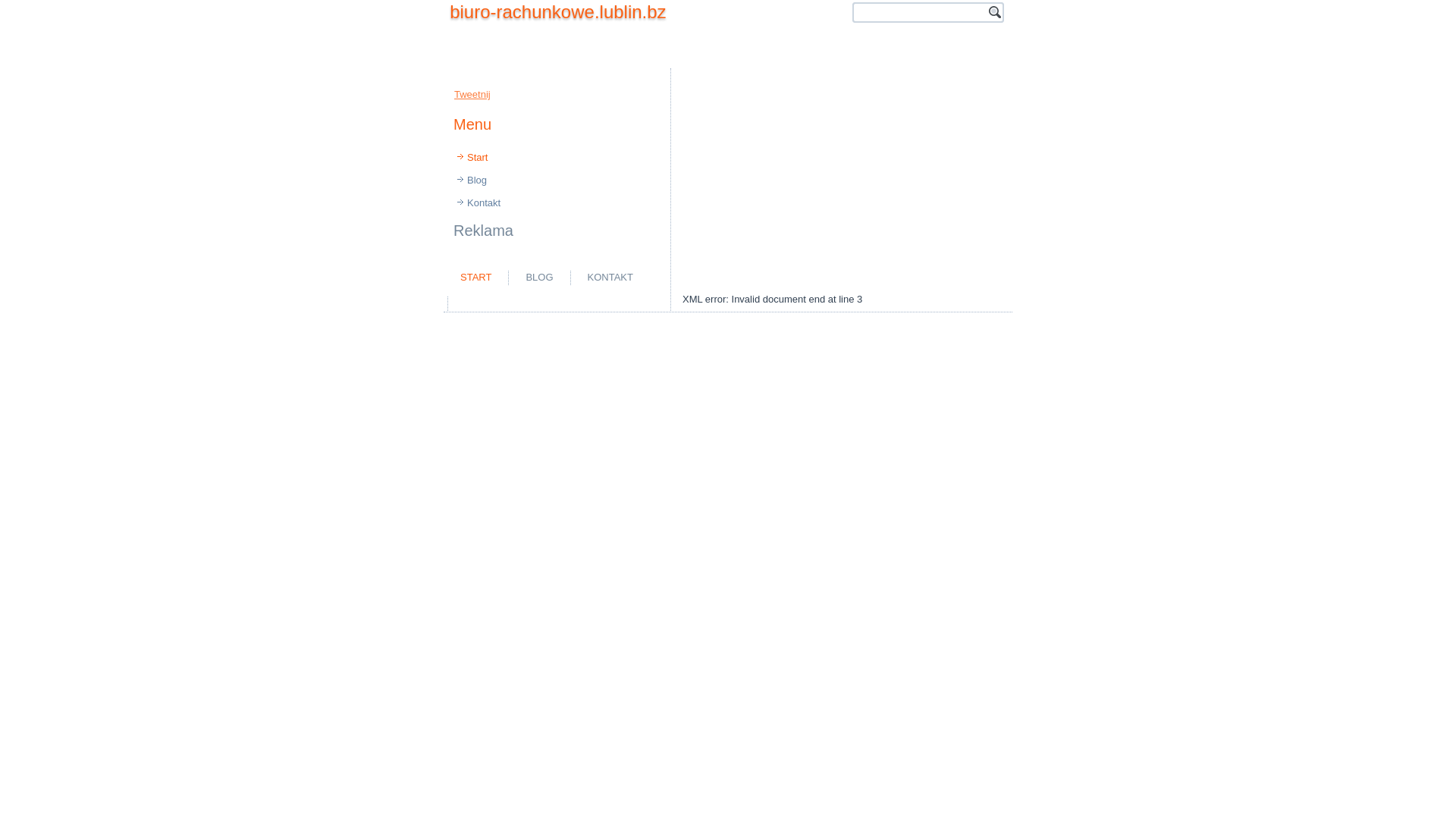 The image size is (1456, 819). Describe the element at coordinates (447, 277) in the screenshot. I see `'START'` at that location.